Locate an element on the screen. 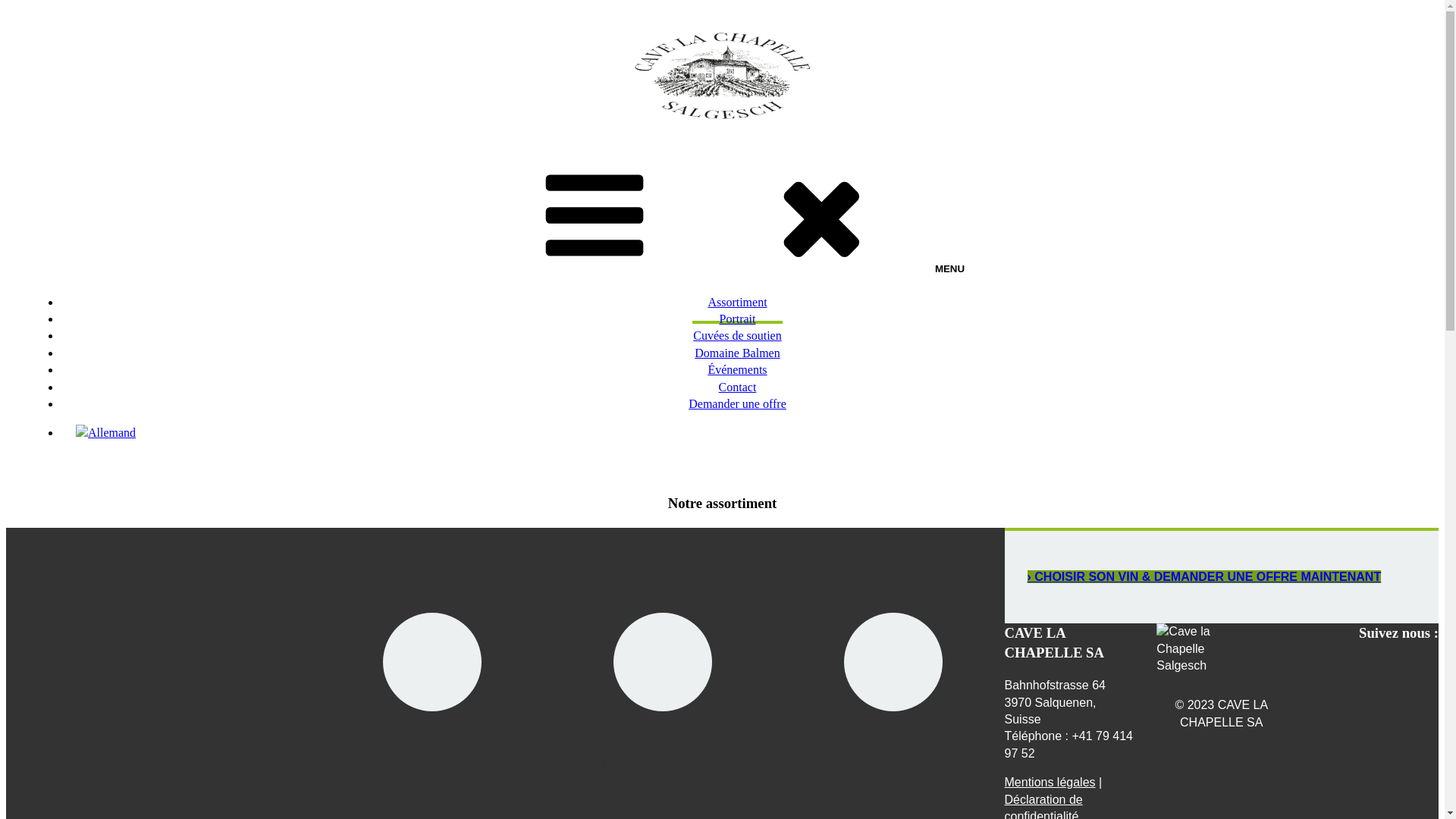 The height and width of the screenshot is (819, 1456). 'Cave la Chapelle Salgesch' is located at coordinates (1200, 648).